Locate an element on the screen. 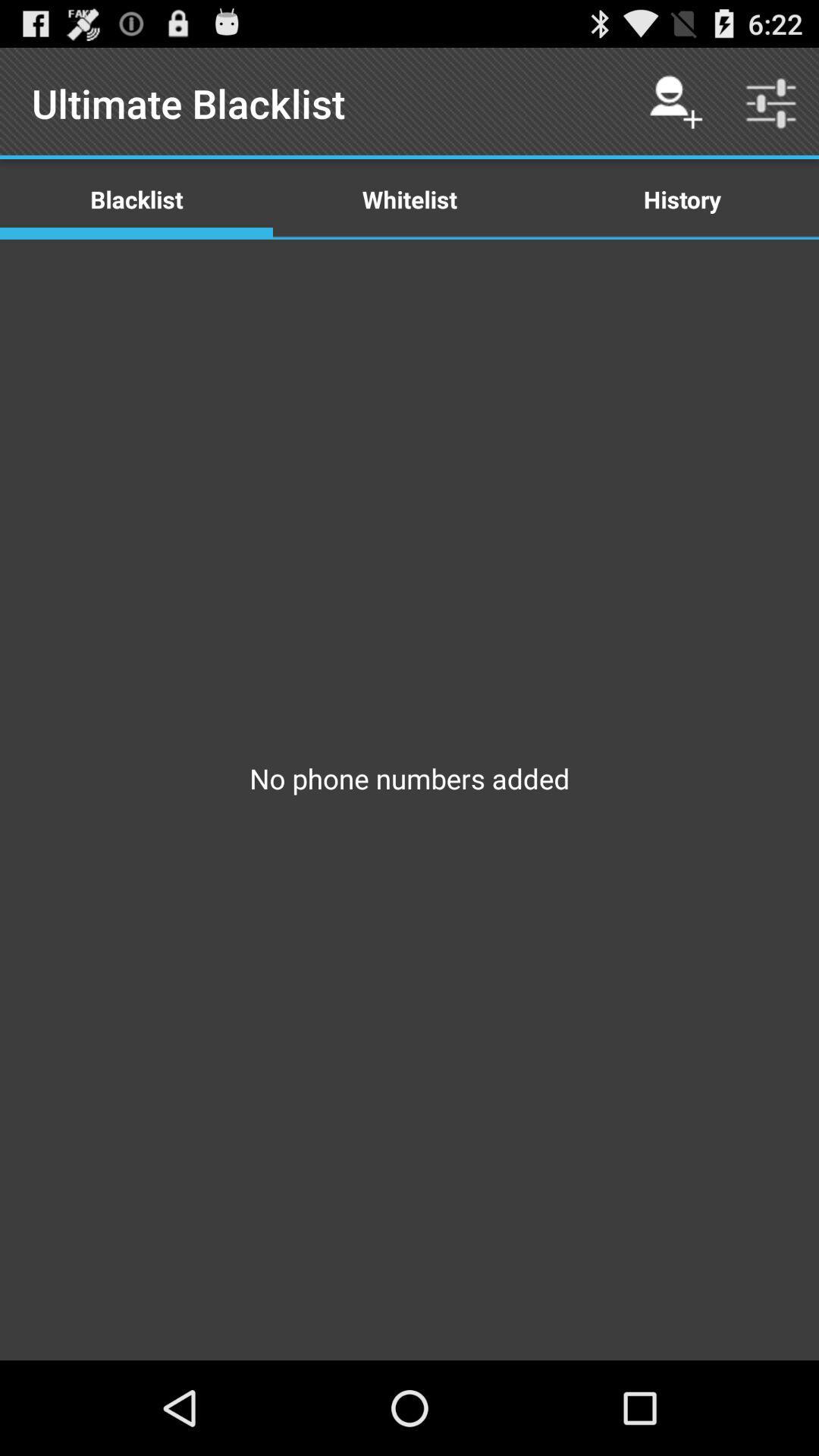 The height and width of the screenshot is (1456, 819). the app below ultimate blacklist app is located at coordinates (409, 198).